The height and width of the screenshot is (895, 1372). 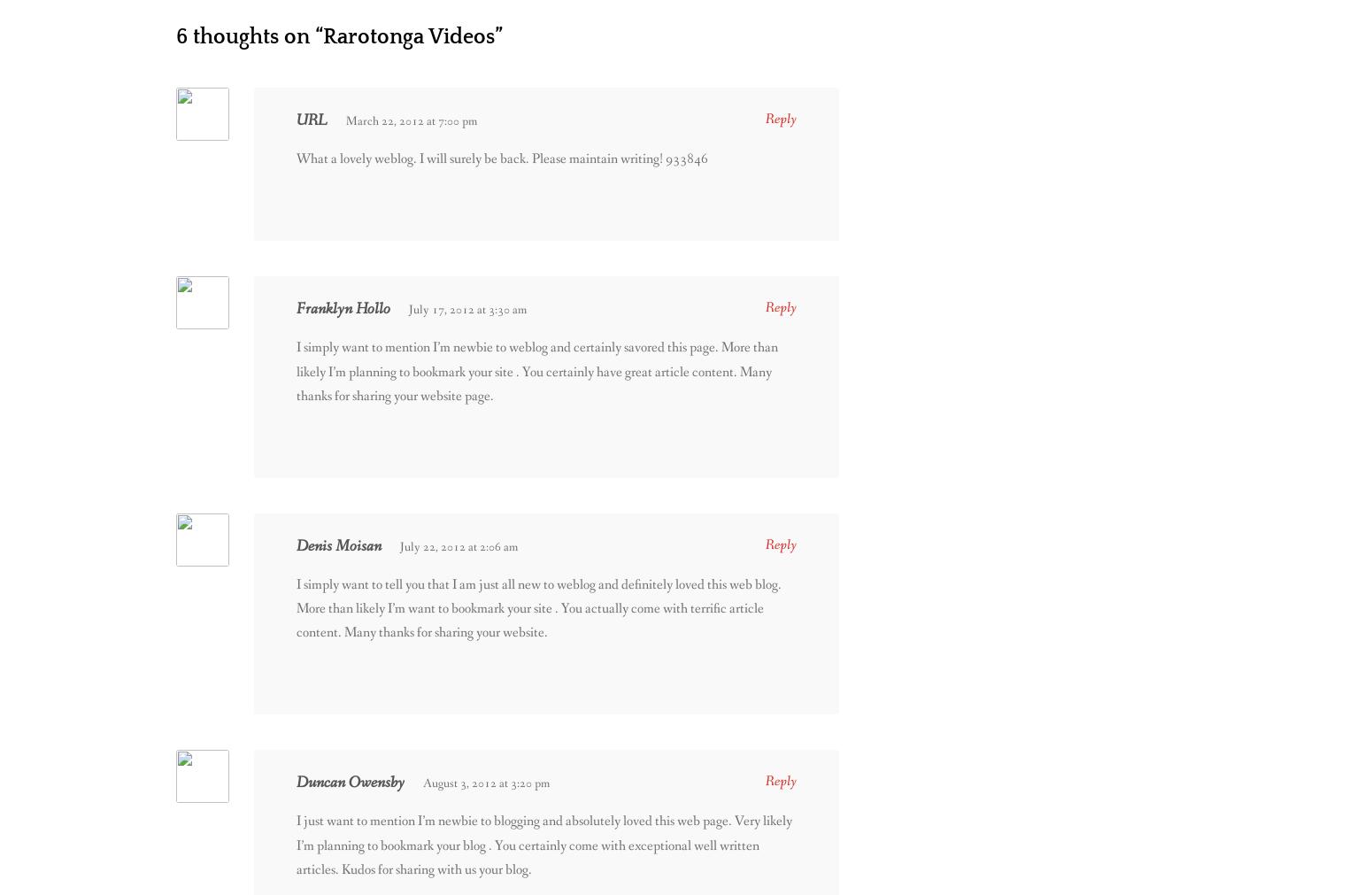 I want to click on 'Rarotonga Videos', so click(x=409, y=35).